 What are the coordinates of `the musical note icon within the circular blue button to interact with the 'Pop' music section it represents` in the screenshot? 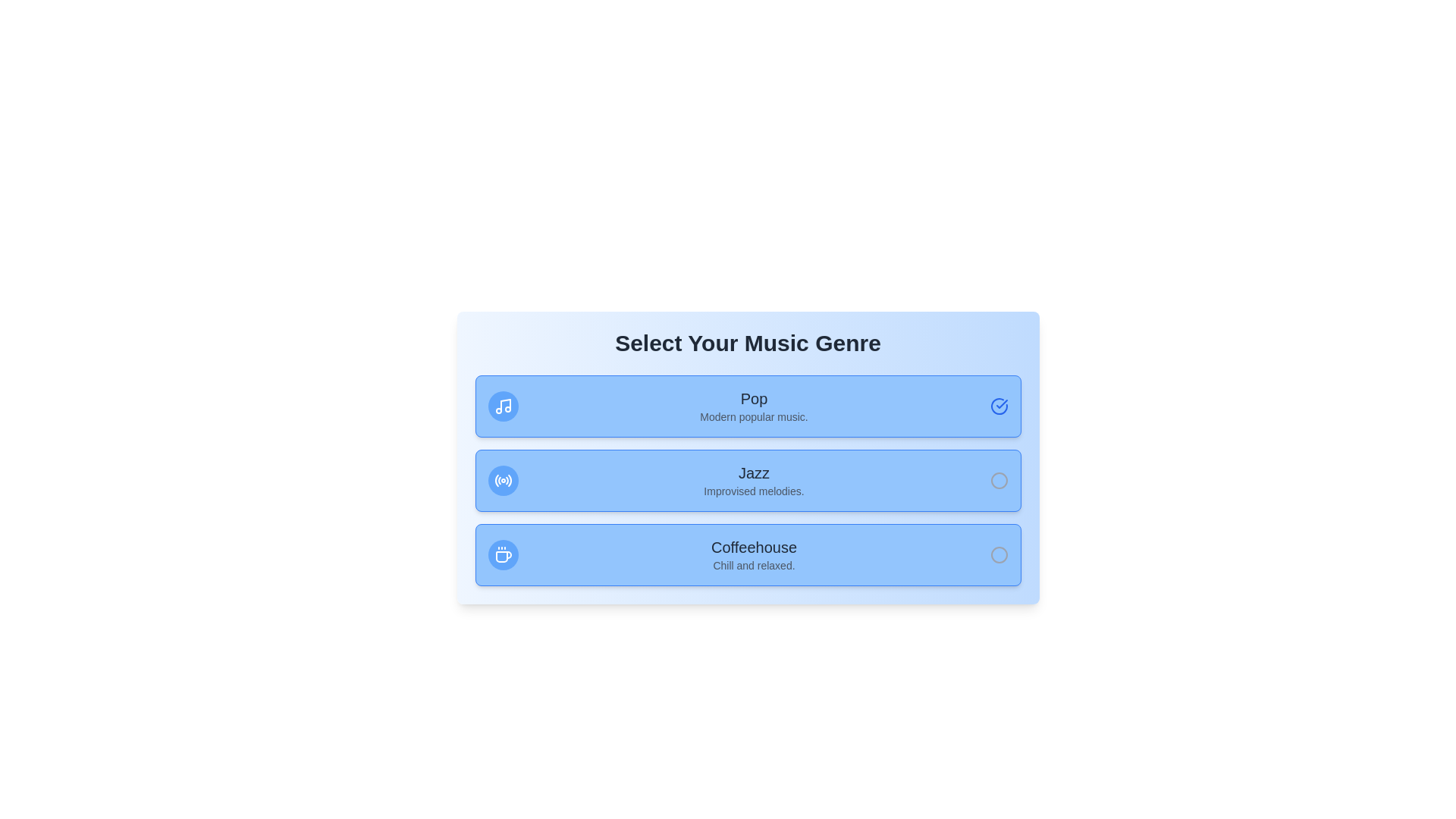 It's located at (503, 406).